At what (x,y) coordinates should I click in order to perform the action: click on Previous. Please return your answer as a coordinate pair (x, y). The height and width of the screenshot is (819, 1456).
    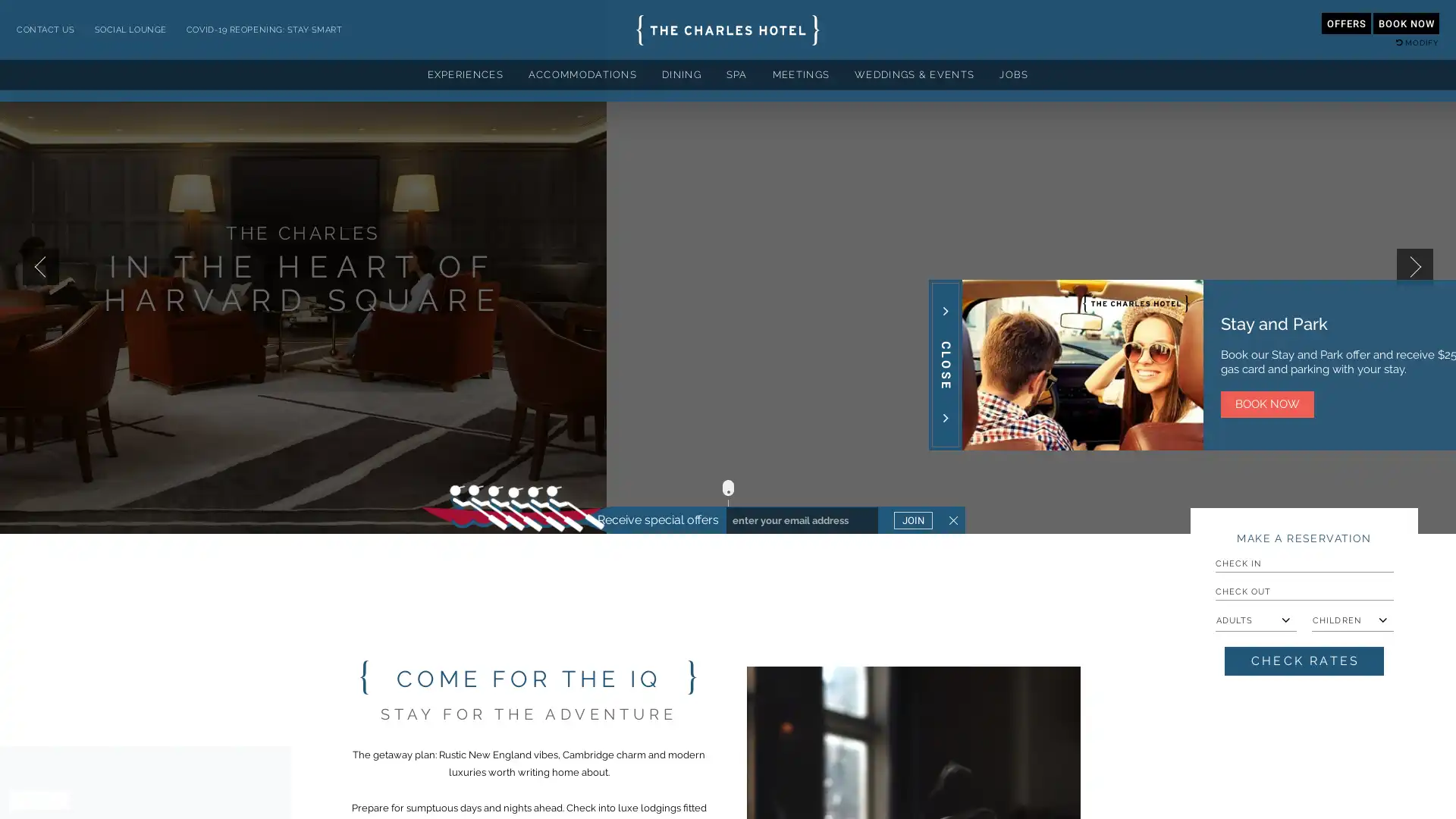
    Looking at the image, I should click on (40, 265).